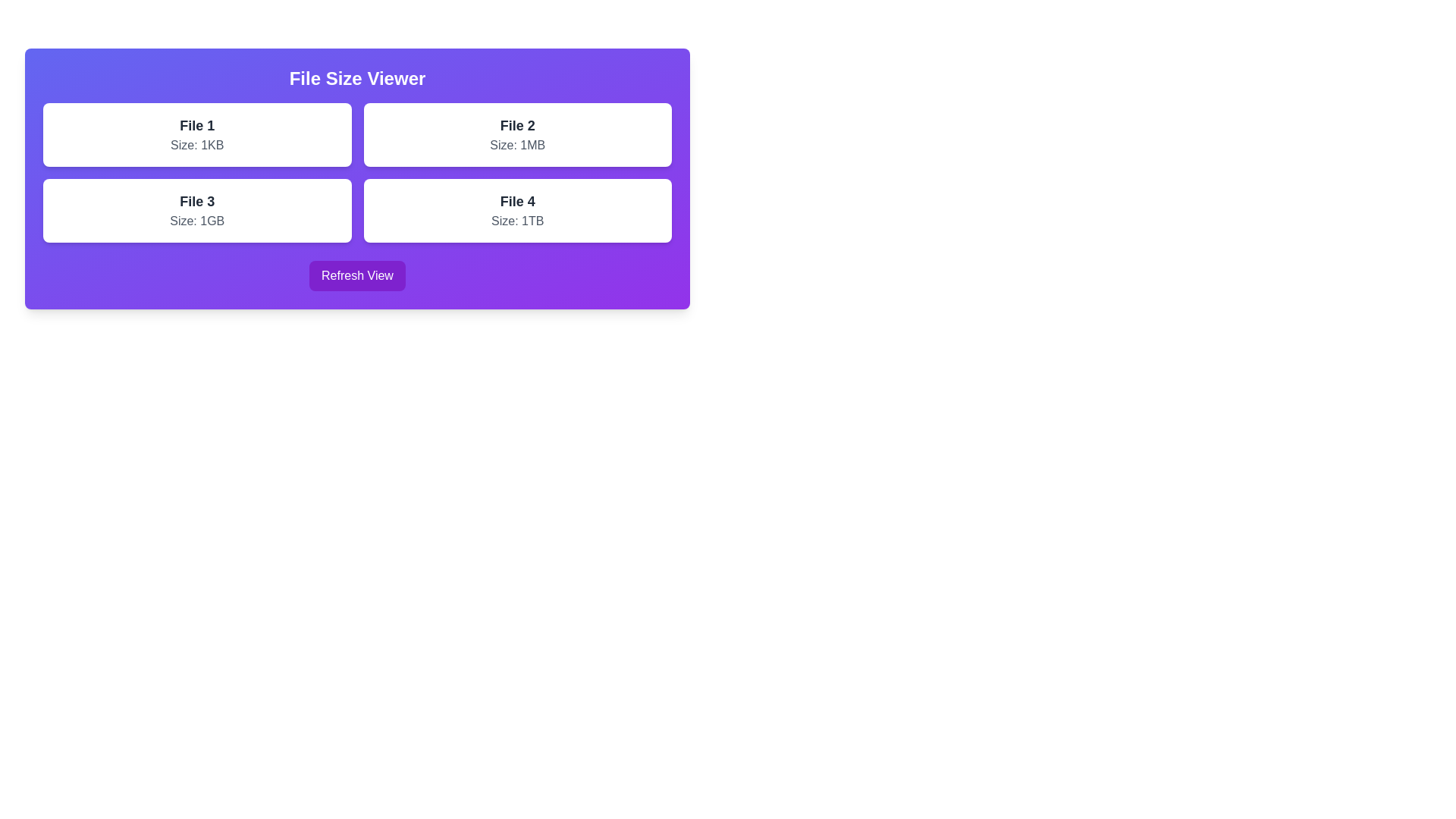 This screenshot has width=1456, height=819. Describe the element at coordinates (517, 124) in the screenshot. I see `the bold, centered text label displaying 'File 2' in the 'File Size Viewer' grid layout` at that location.